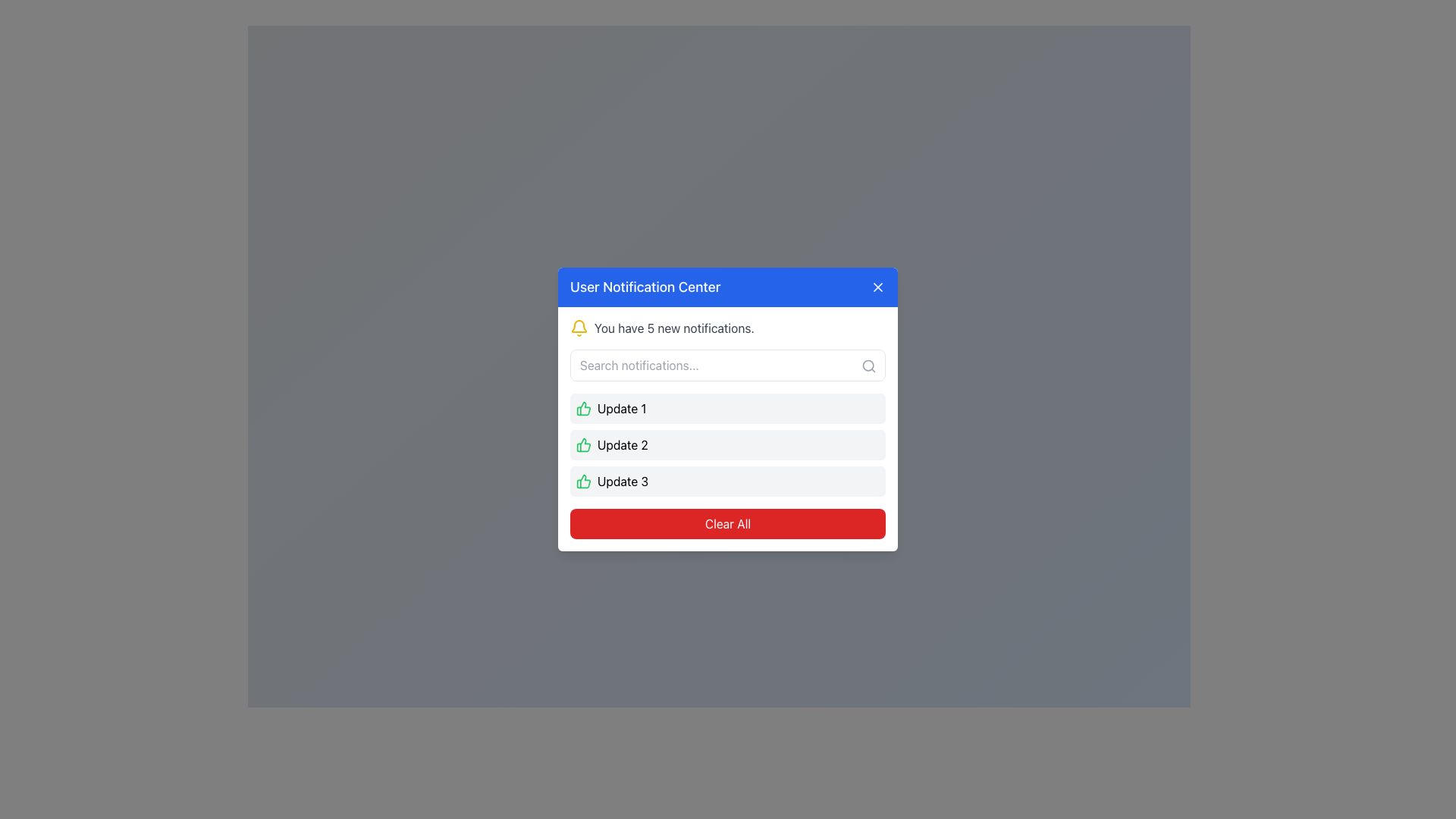  I want to click on the close button located at the top-right corner of the 'User Notification Center', so click(877, 287).